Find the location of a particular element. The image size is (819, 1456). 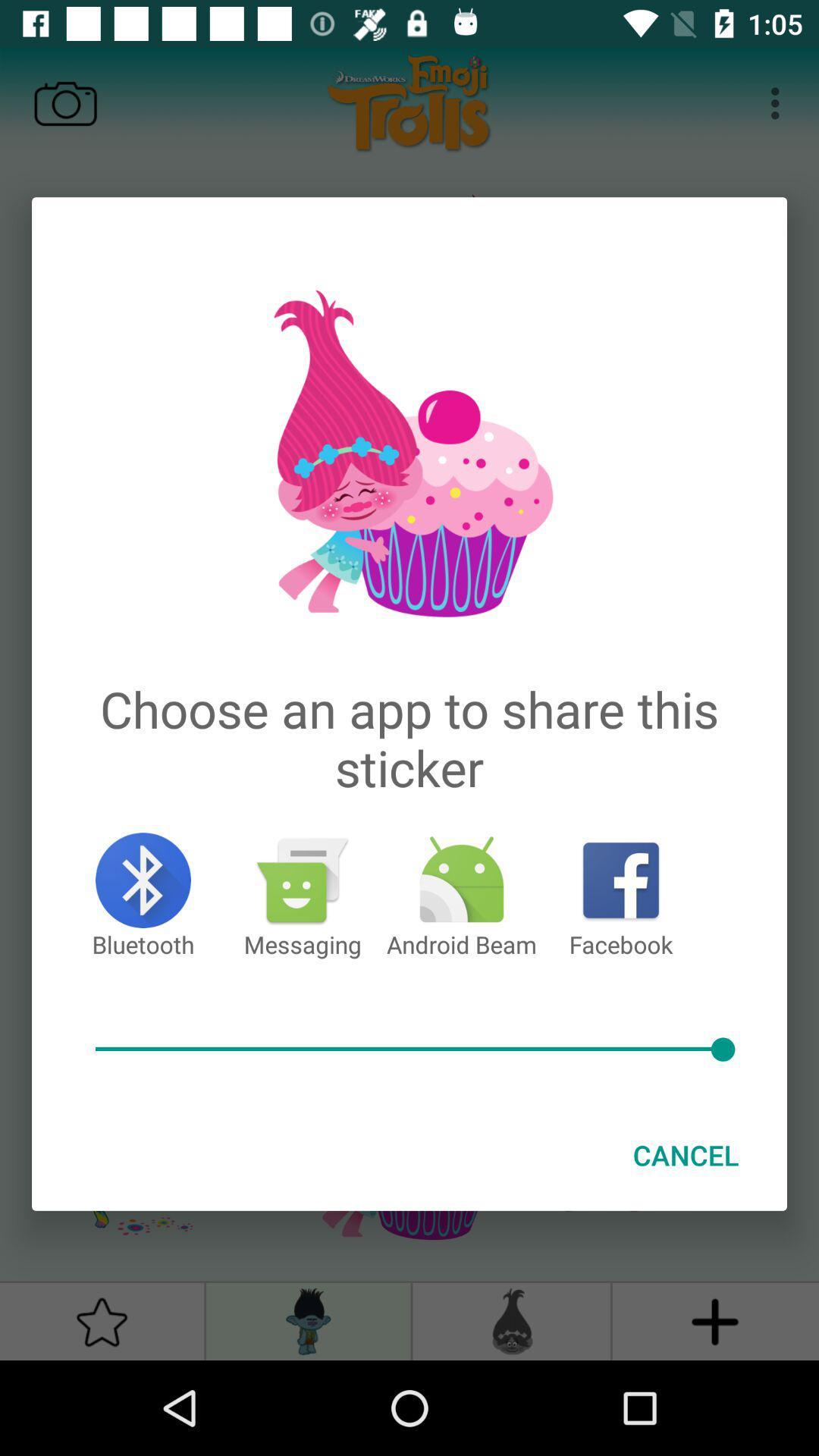

cancel at the bottom right corner is located at coordinates (686, 1154).